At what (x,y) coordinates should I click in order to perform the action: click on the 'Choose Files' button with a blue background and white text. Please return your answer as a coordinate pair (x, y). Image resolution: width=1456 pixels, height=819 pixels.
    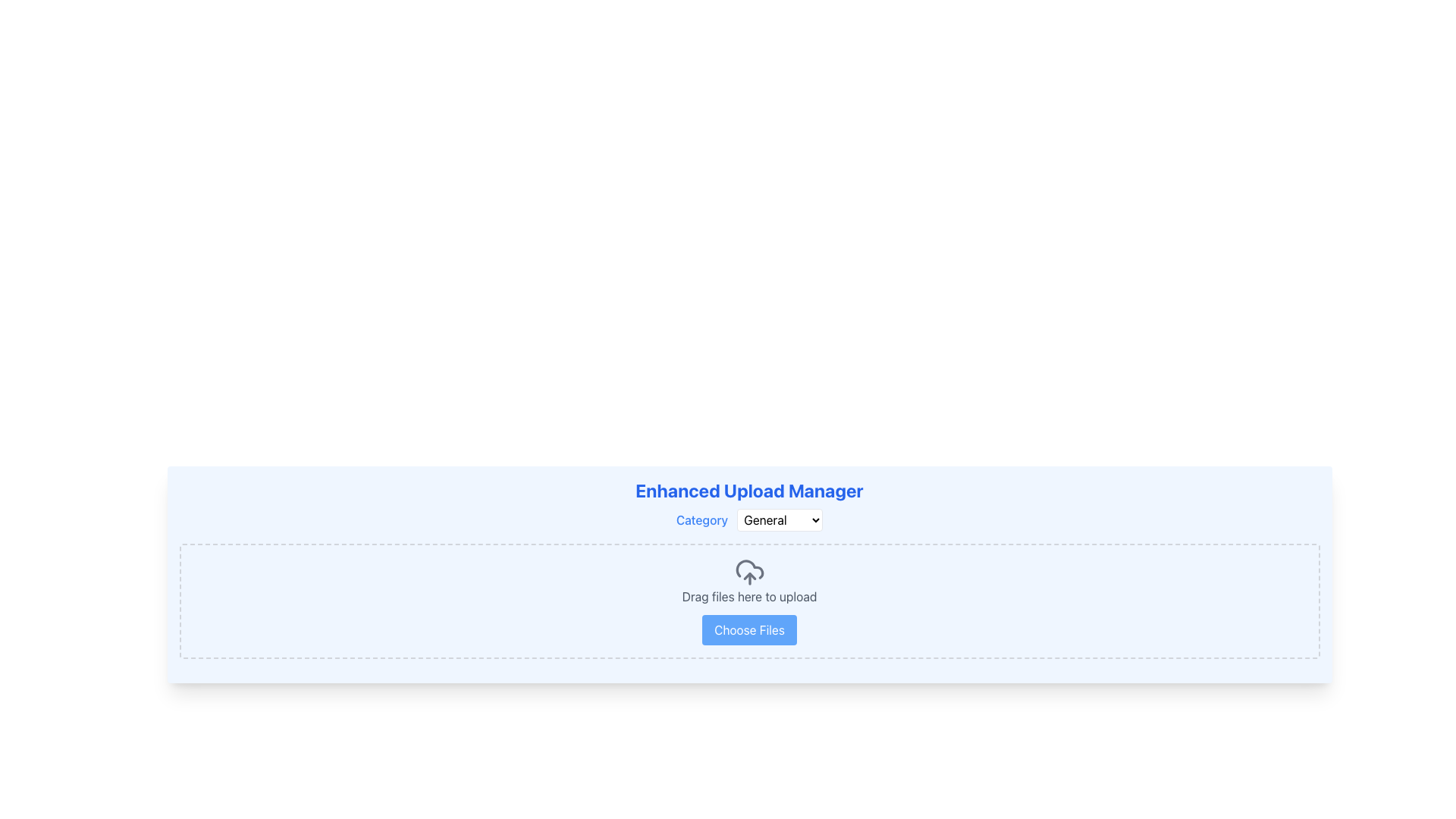
    Looking at the image, I should click on (749, 629).